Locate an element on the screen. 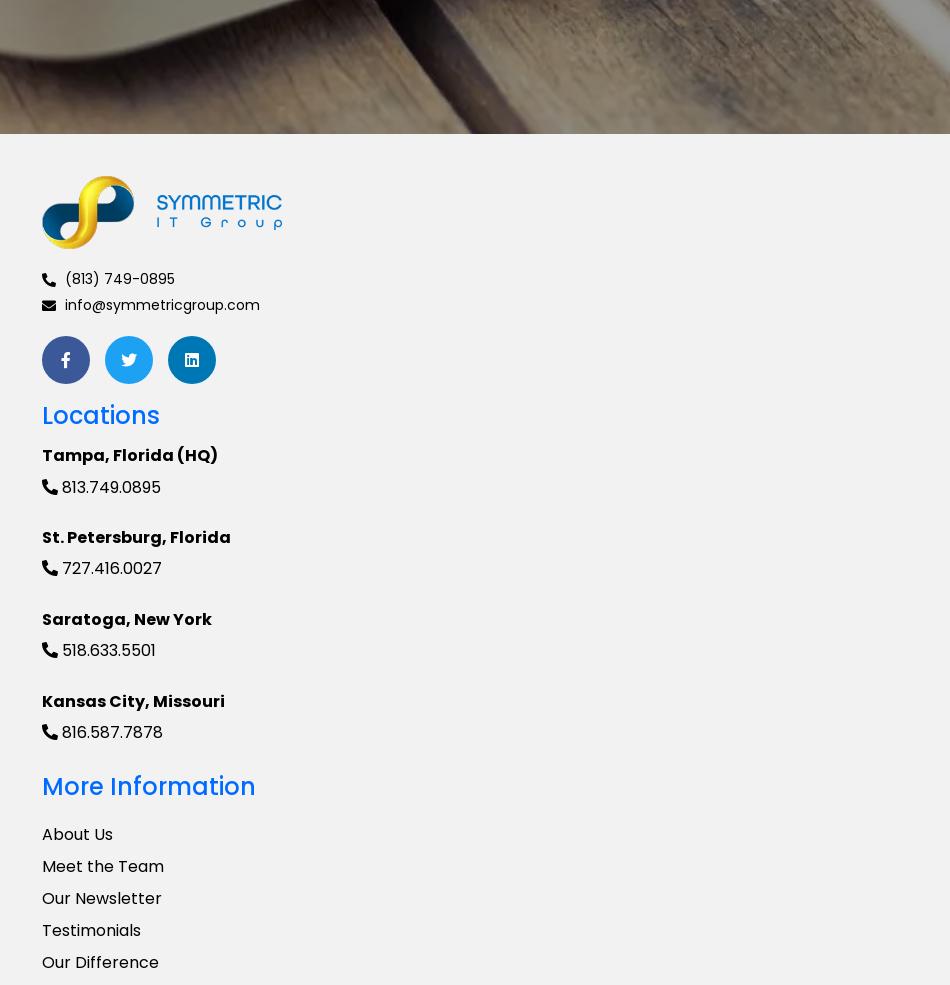 The height and width of the screenshot is (985, 950). 'Our Difference' is located at coordinates (100, 962).